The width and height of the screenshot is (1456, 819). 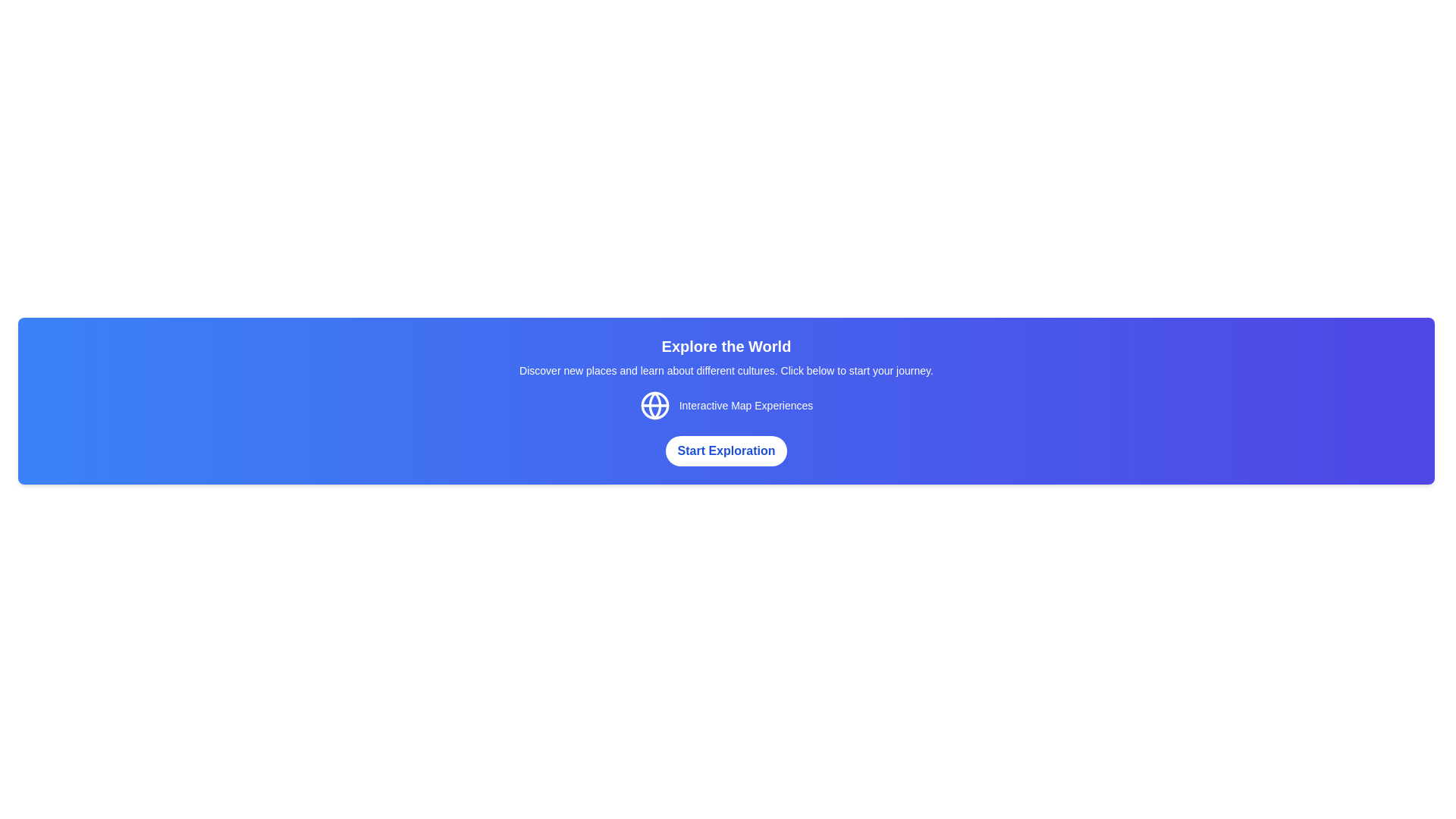 What do you see at coordinates (654, 405) in the screenshot?
I see `the Circle element, which is positioned in the center of the globe icon, located between 'Interactive Map Experiences' and 'Explore the World', above the 'Start Exploration' button` at bounding box center [654, 405].